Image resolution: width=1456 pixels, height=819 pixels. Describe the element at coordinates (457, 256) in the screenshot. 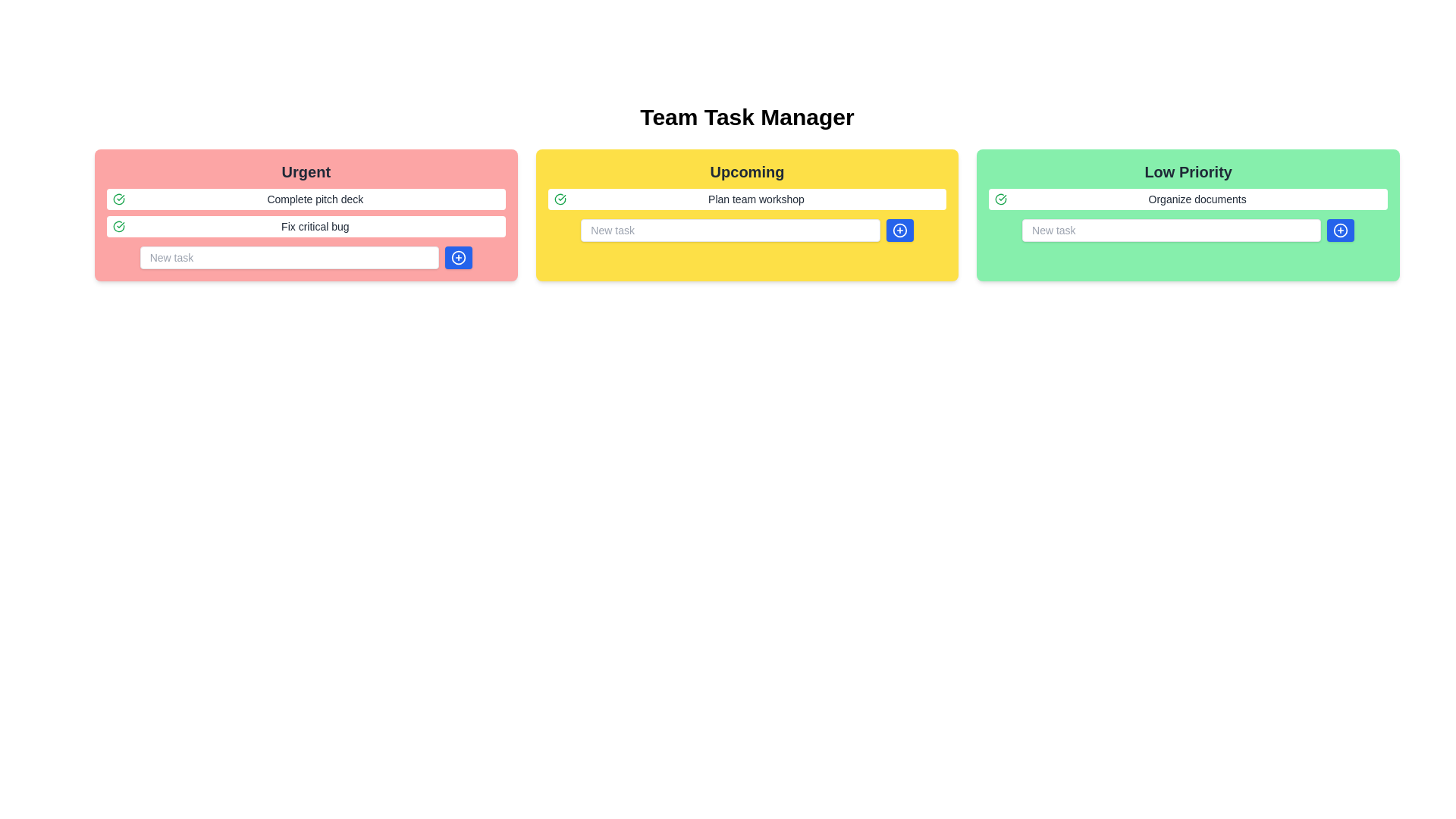

I see `the 'Add Task' button located in the 'Urgent' task management card, which is positioned to the right of the 'New task' text input field` at that location.